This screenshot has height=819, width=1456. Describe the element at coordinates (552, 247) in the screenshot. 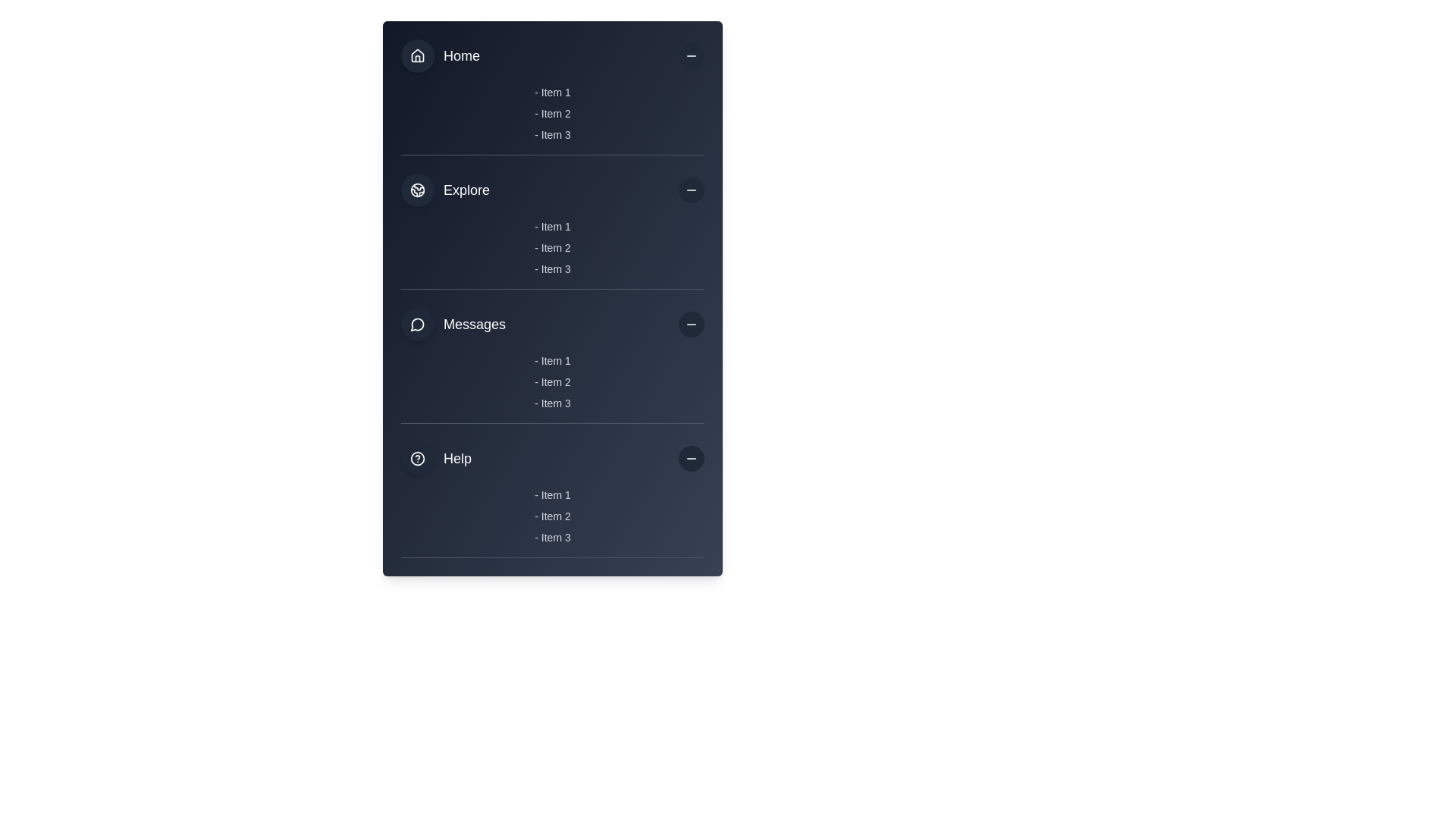

I see `text content of the vertical list element containing '- Item 1', '- Item 2', and '- Item 3', located in the 'Explore' section beneath the heading 'Explore'` at that location.